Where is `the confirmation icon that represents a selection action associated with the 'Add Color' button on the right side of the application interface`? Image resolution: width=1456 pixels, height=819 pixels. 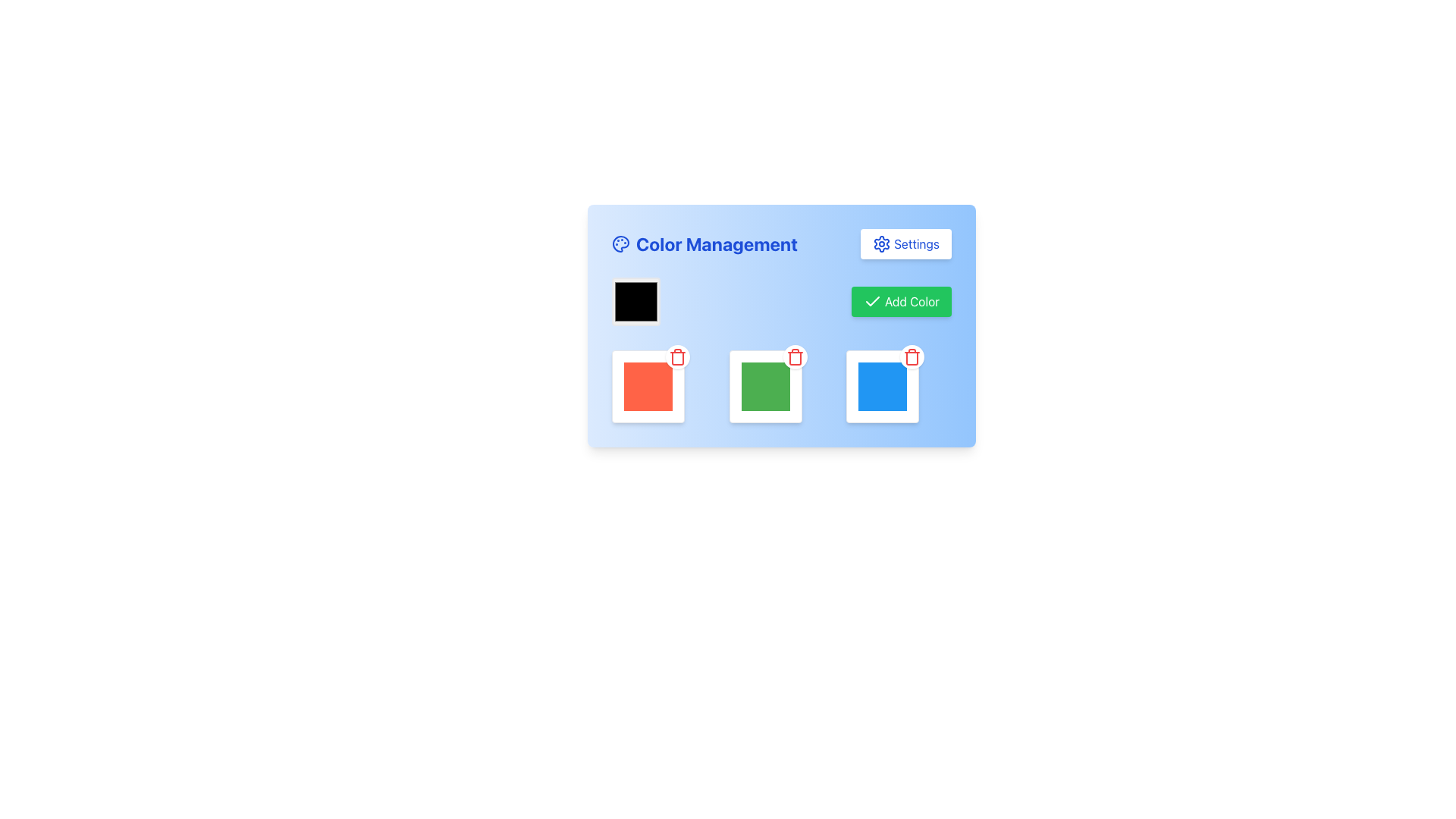 the confirmation icon that represents a selection action associated with the 'Add Color' button on the right side of the application interface is located at coordinates (872, 301).